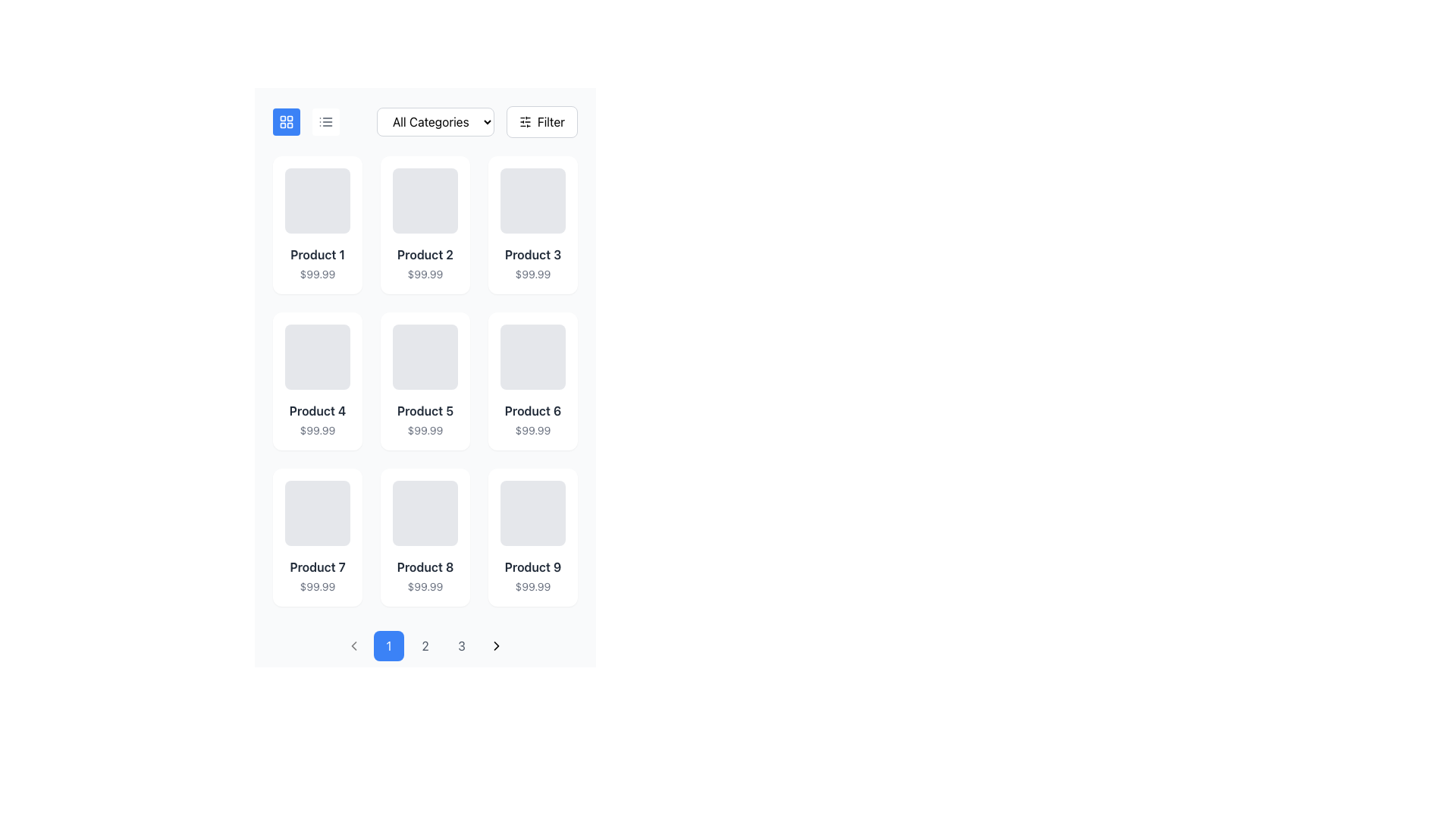 The width and height of the screenshot is (1456, 819). I want to click on the pagination button located at the far right of the pagination controls, so click(496, 646).